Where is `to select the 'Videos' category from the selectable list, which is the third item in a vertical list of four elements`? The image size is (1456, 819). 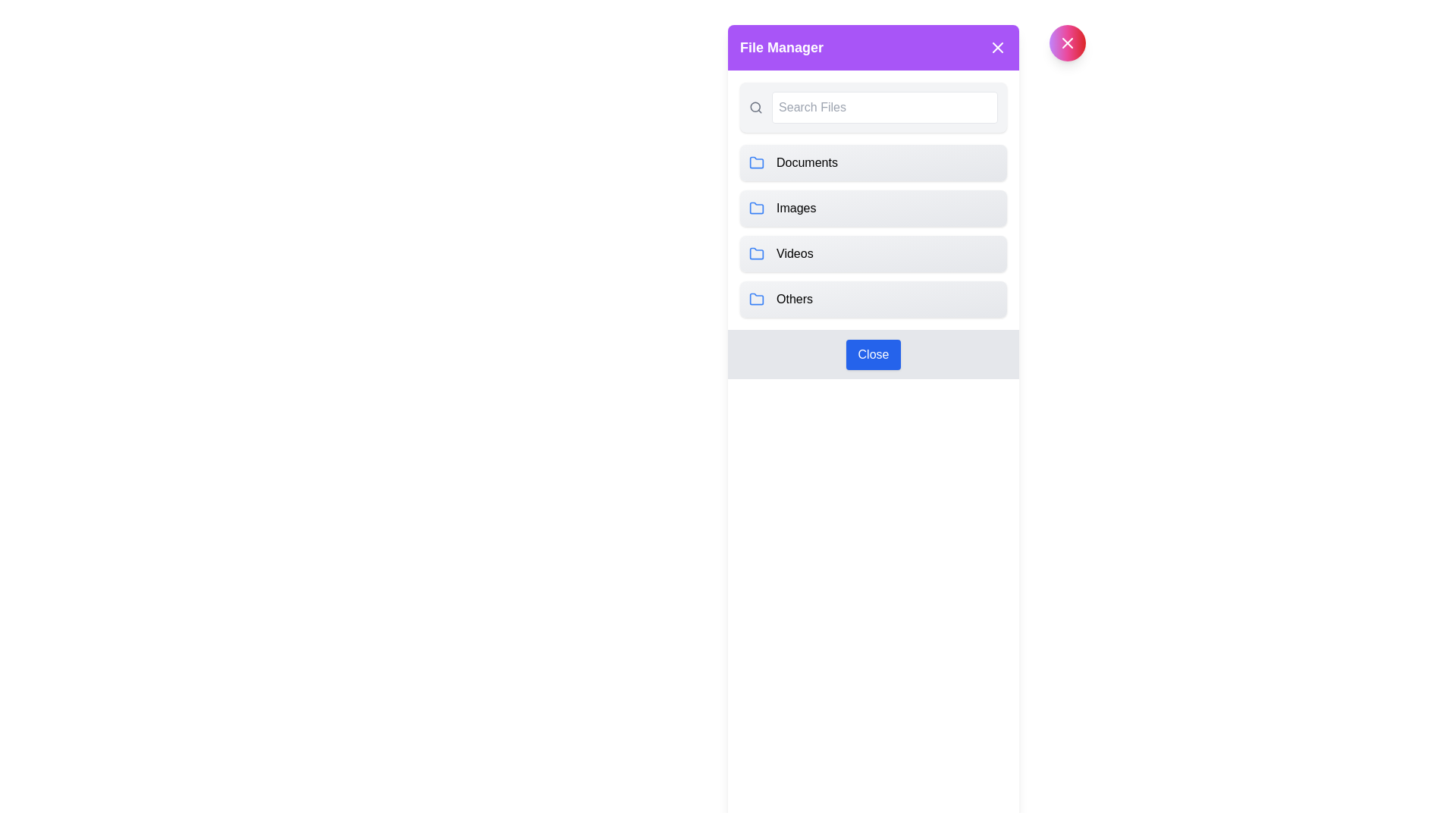 to select the 'Videos' category from the selectable list, which is the third item in a vertical list of four elements is located at coordinates (874, 253).